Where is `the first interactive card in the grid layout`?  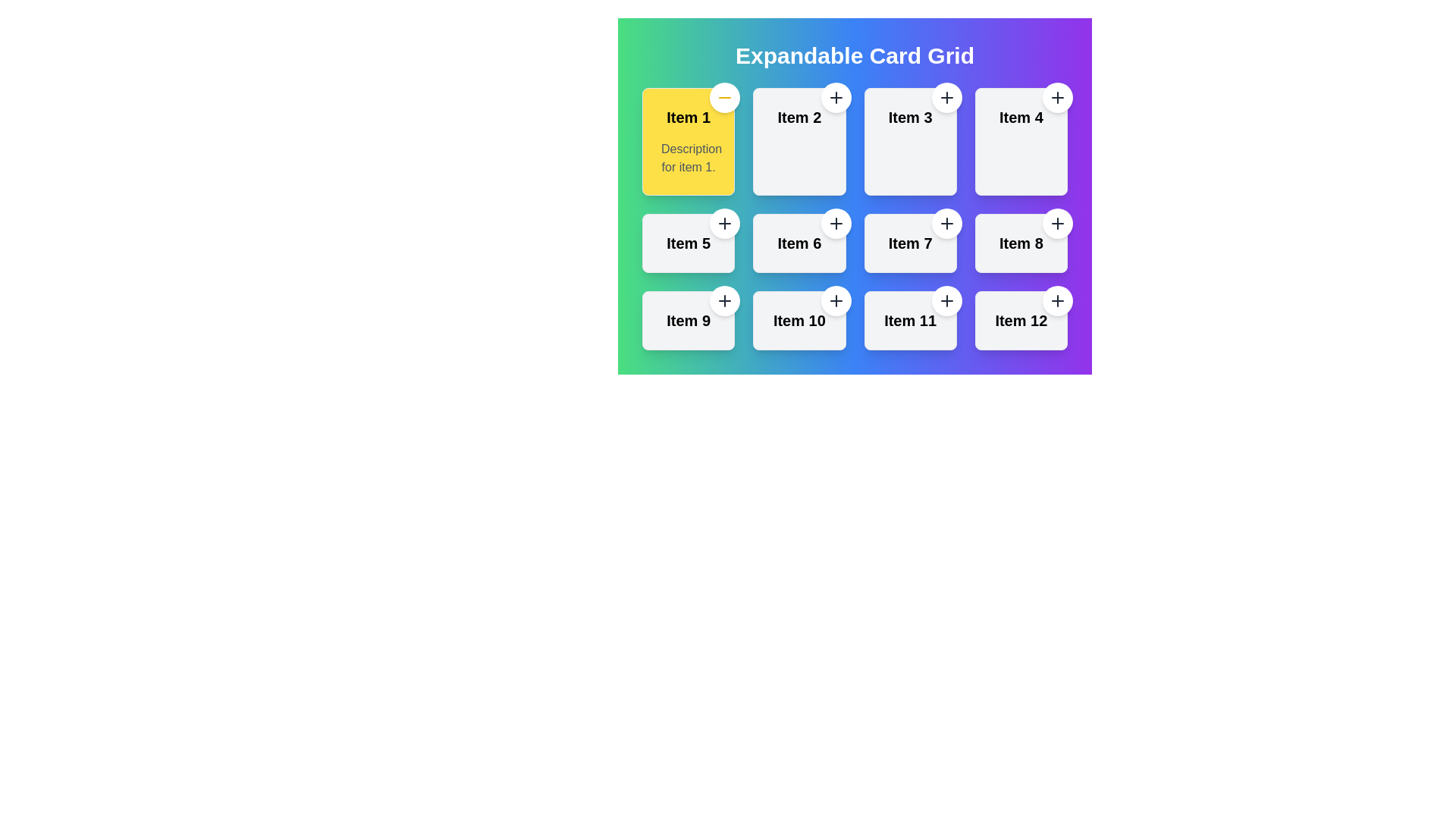 the first interactive card in the grid layout is located at coordinates (688, 141).